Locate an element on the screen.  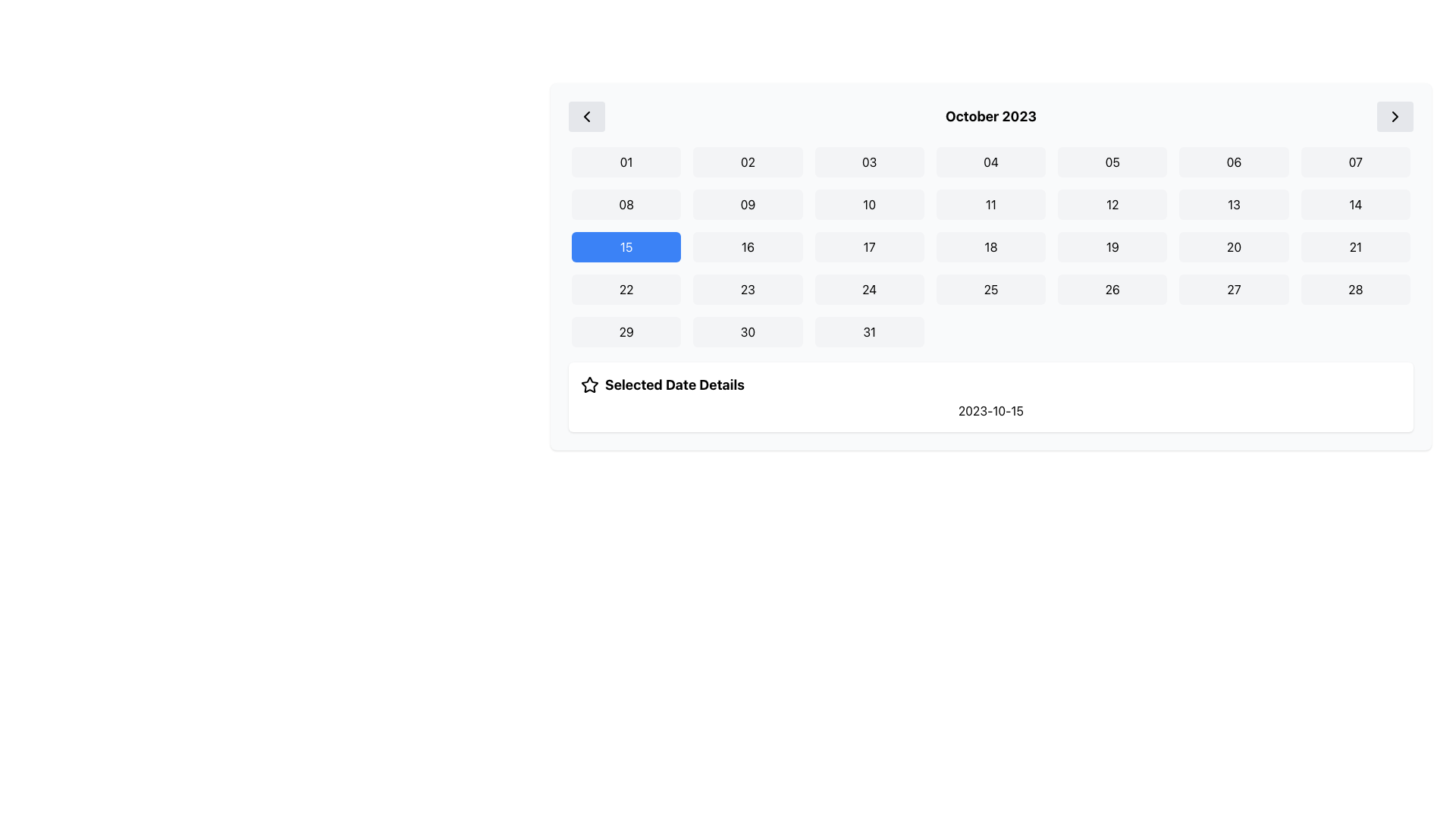
the button representing the date '27' in the calendar is located at coordinates (1234, 289).